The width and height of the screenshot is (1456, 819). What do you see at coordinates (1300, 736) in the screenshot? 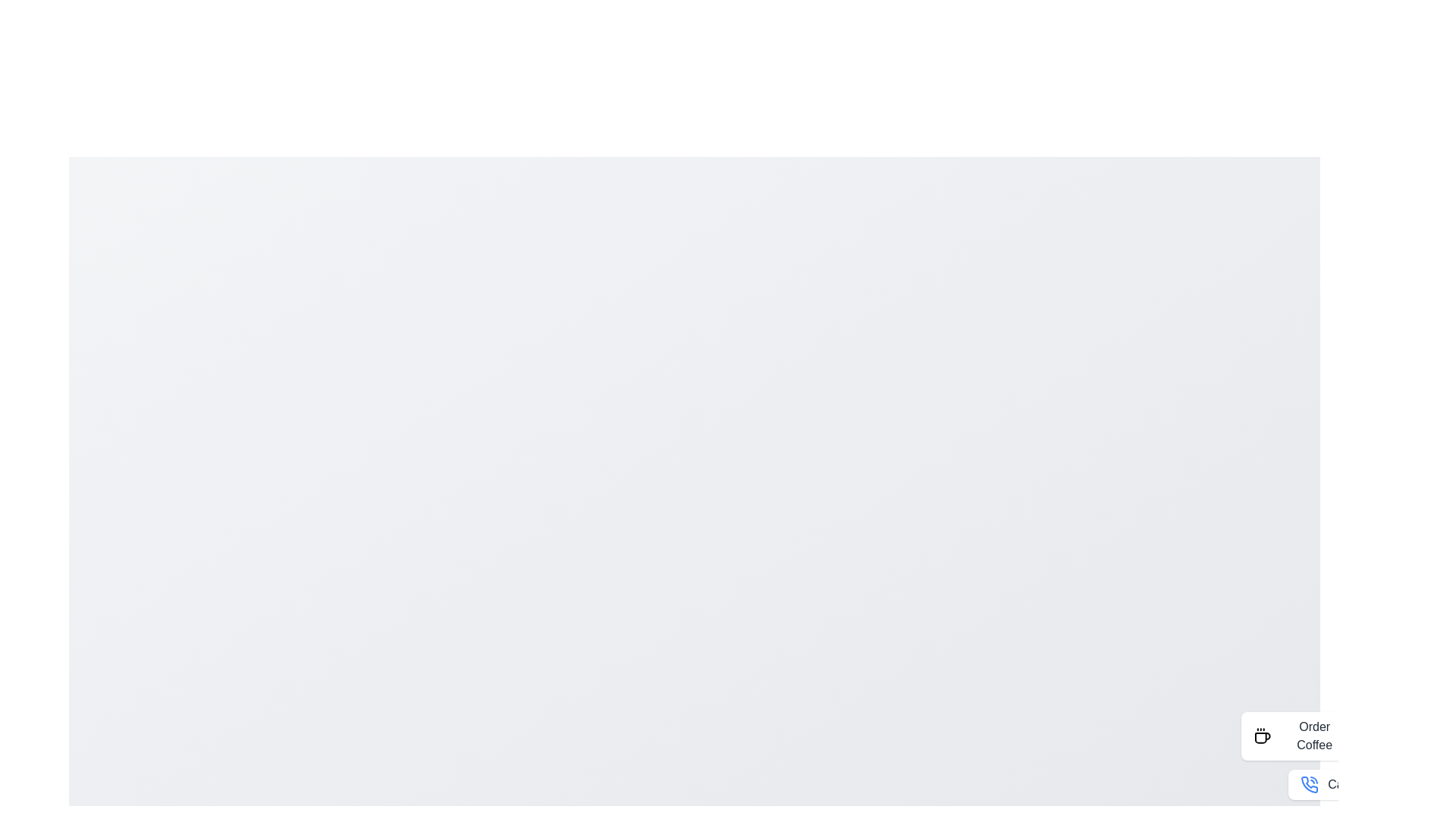
I see `the action button labeled Order Coffee` at bounding box center [1300, 736].